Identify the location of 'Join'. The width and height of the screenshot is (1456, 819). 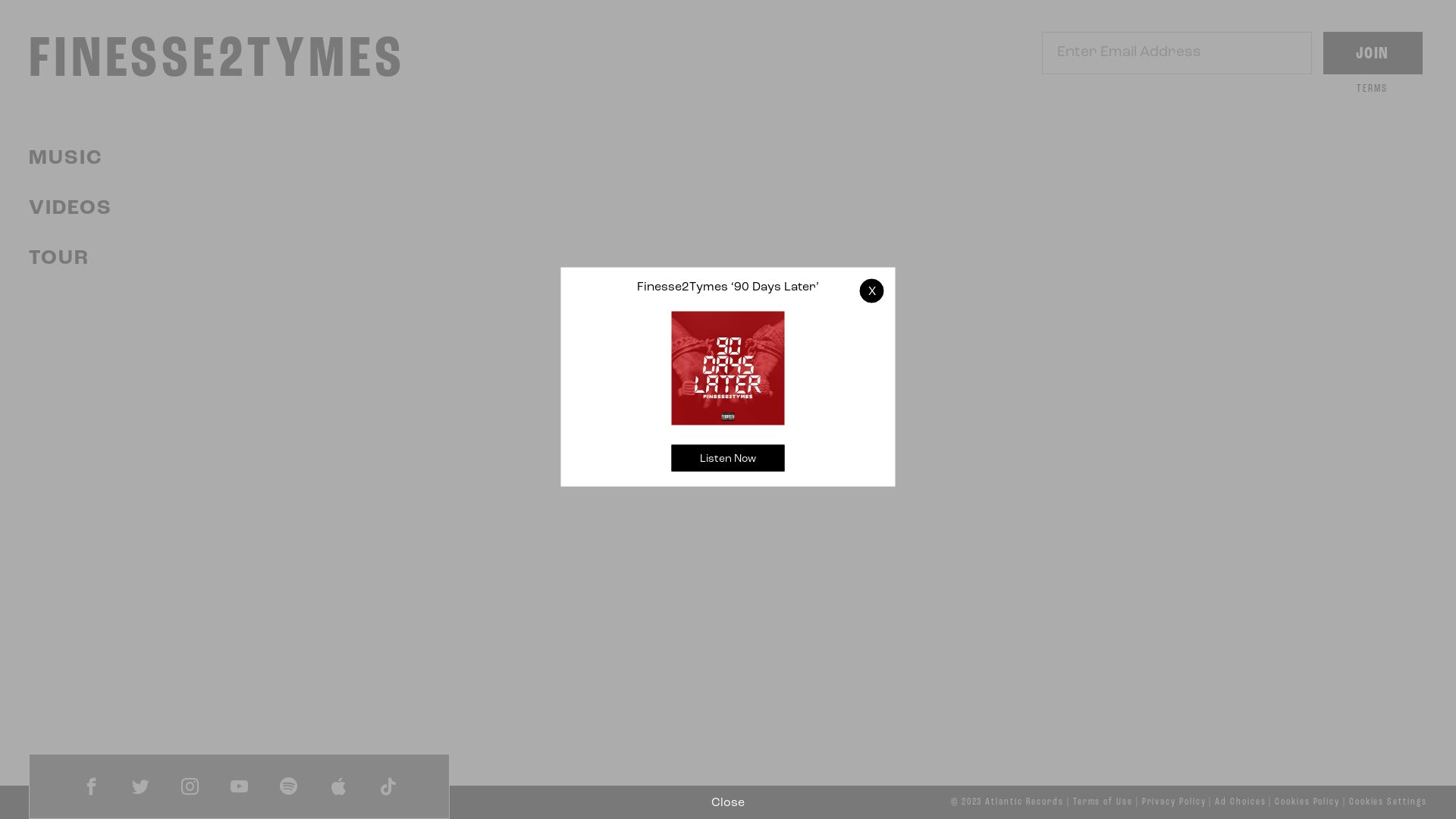
(1321, 52).